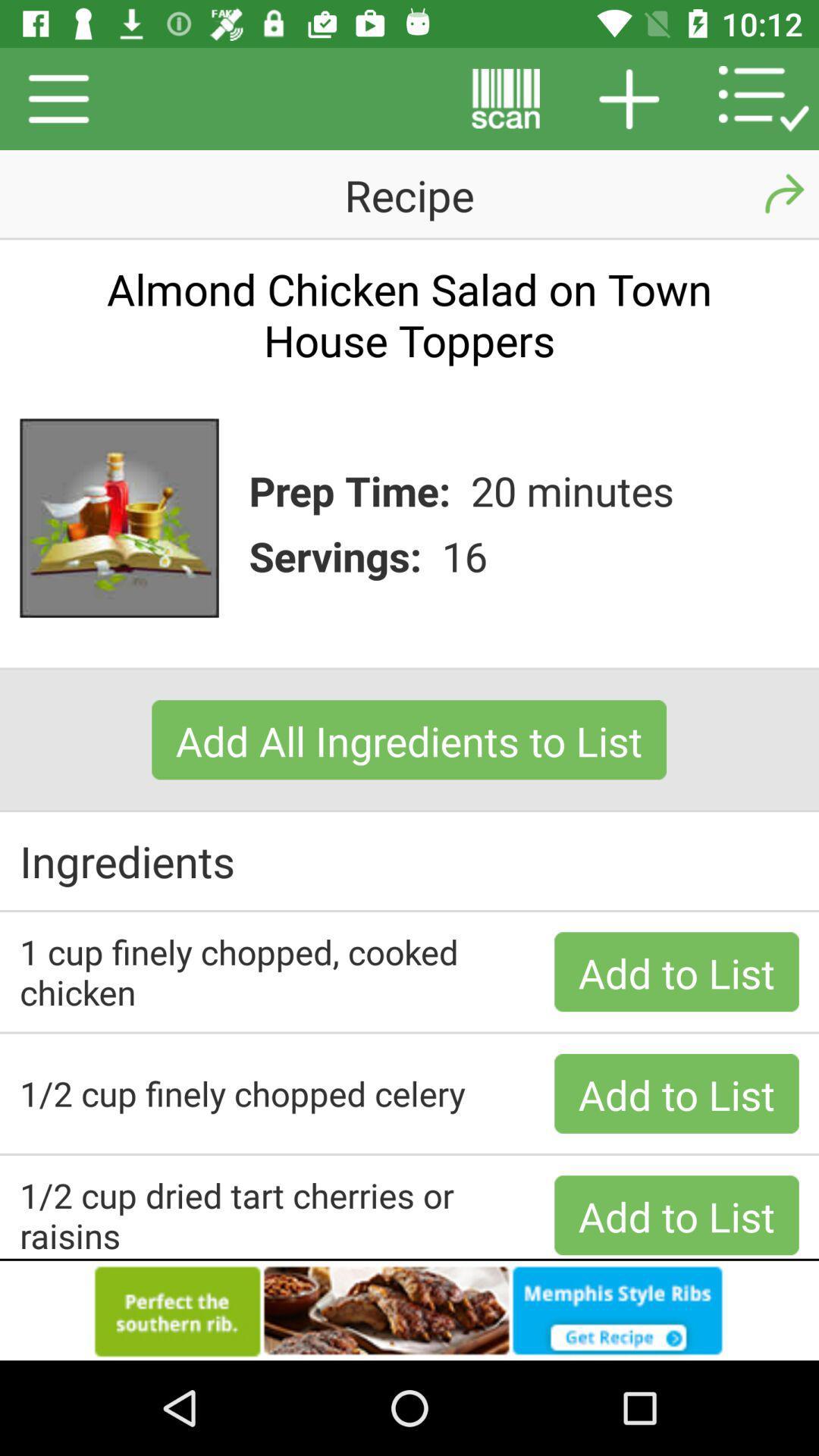 The width and height of the screenshot is (819, 1456). What do you see at coordinates (764, 98) in the screenshot?
I see `the icon right to  at the top right corner of the page` at bounding box center [764, 98].